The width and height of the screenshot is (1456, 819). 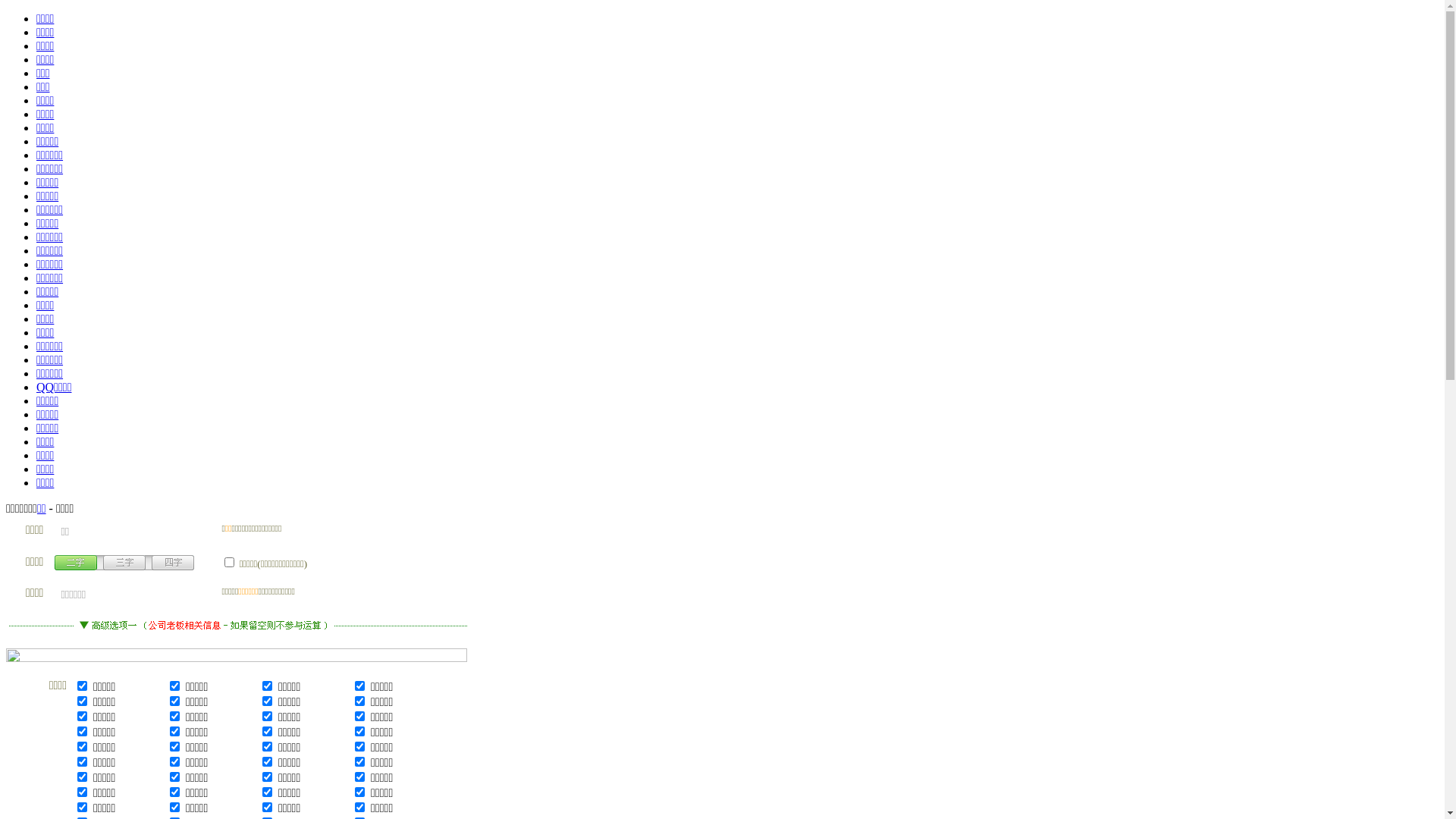 What do you see at coordinates (228, 562) in the screenshot?
I see `'on'` at bounding box center [228, 562].